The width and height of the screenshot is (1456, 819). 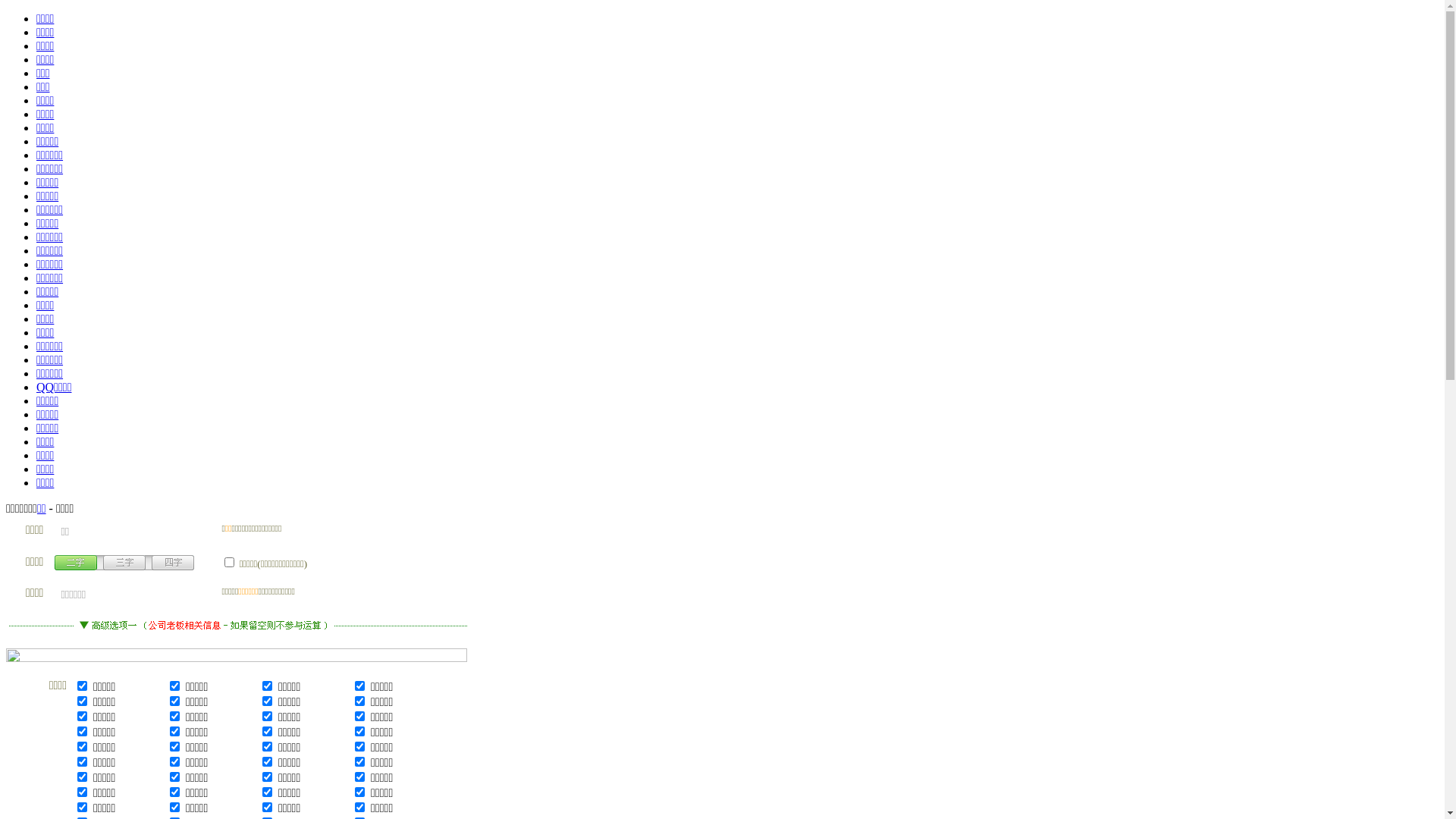 What do you see at coordinates (228, 562) in the screenshot?
I see `'on'` at bounding box center [228, 562].